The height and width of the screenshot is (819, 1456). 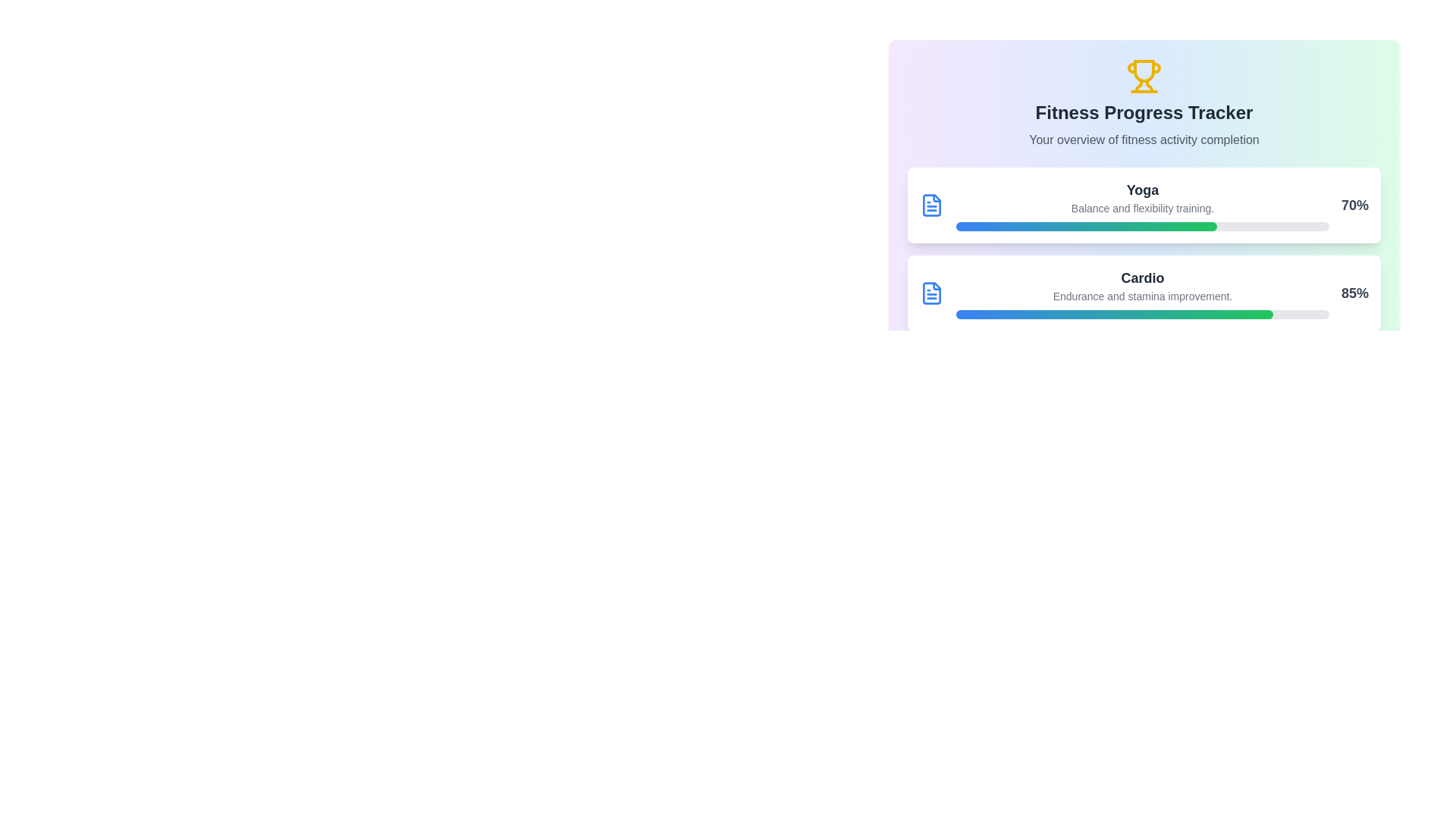 I want to click on the static text element that provides descriptive information about the Yoga activity, located under the 'Yoga' heading and above the horizontal progress bar, so click(x=1143, y=208).